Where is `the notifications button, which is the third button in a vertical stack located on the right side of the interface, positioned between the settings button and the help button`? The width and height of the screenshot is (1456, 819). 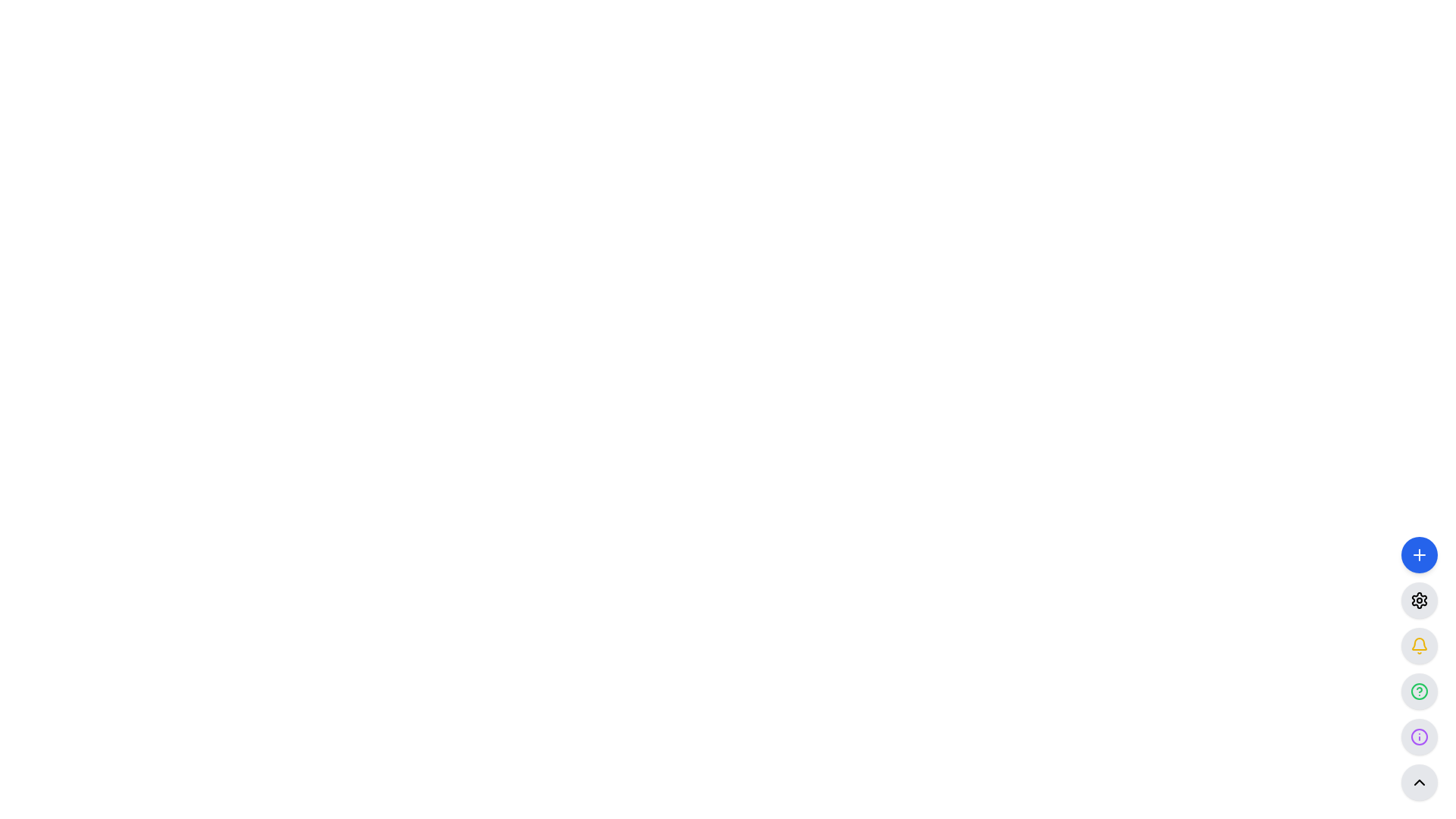 the notifications button, which is the third button in a vertical stack located on the right side of the interface, positioned between the settings button and the help button is located at coordinates (1419, 646).